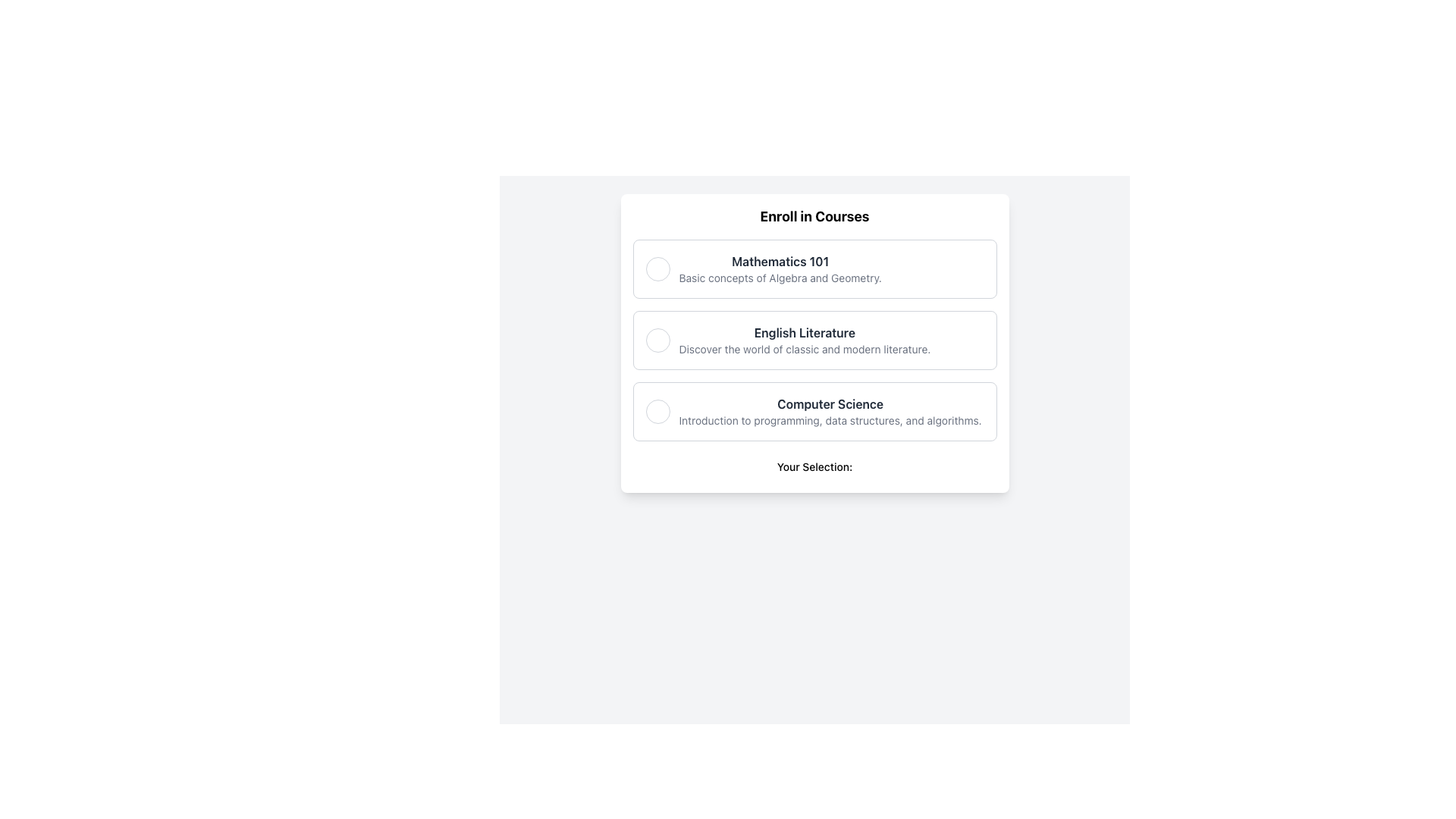 The image size is (1456, 819). I want to click on the 'Mathematics 101' text label, which is displayed in a bold font with a dark gray shade at the top of the first option block in a vertical list of course options, so click(780, 260).